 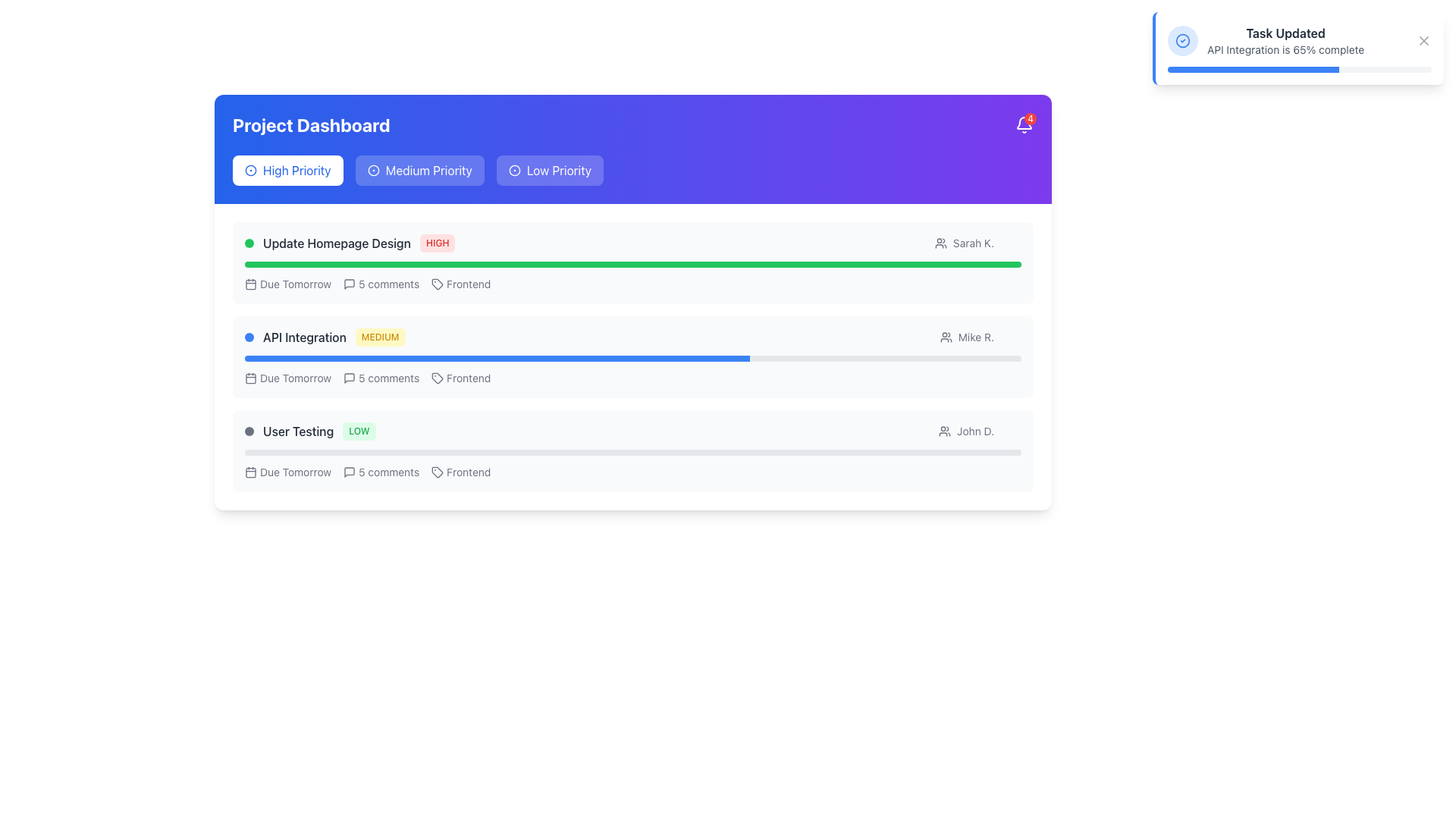 What do you see at coordinates (251, 377) in the screenshot?
I see `the graphical rectangle with rounded corners that is part of the SVG calendar icon, located near the task summary for 'API Integration,' aligned with the text 'Due Tomorrow.'` at bounding box center [251, 377].